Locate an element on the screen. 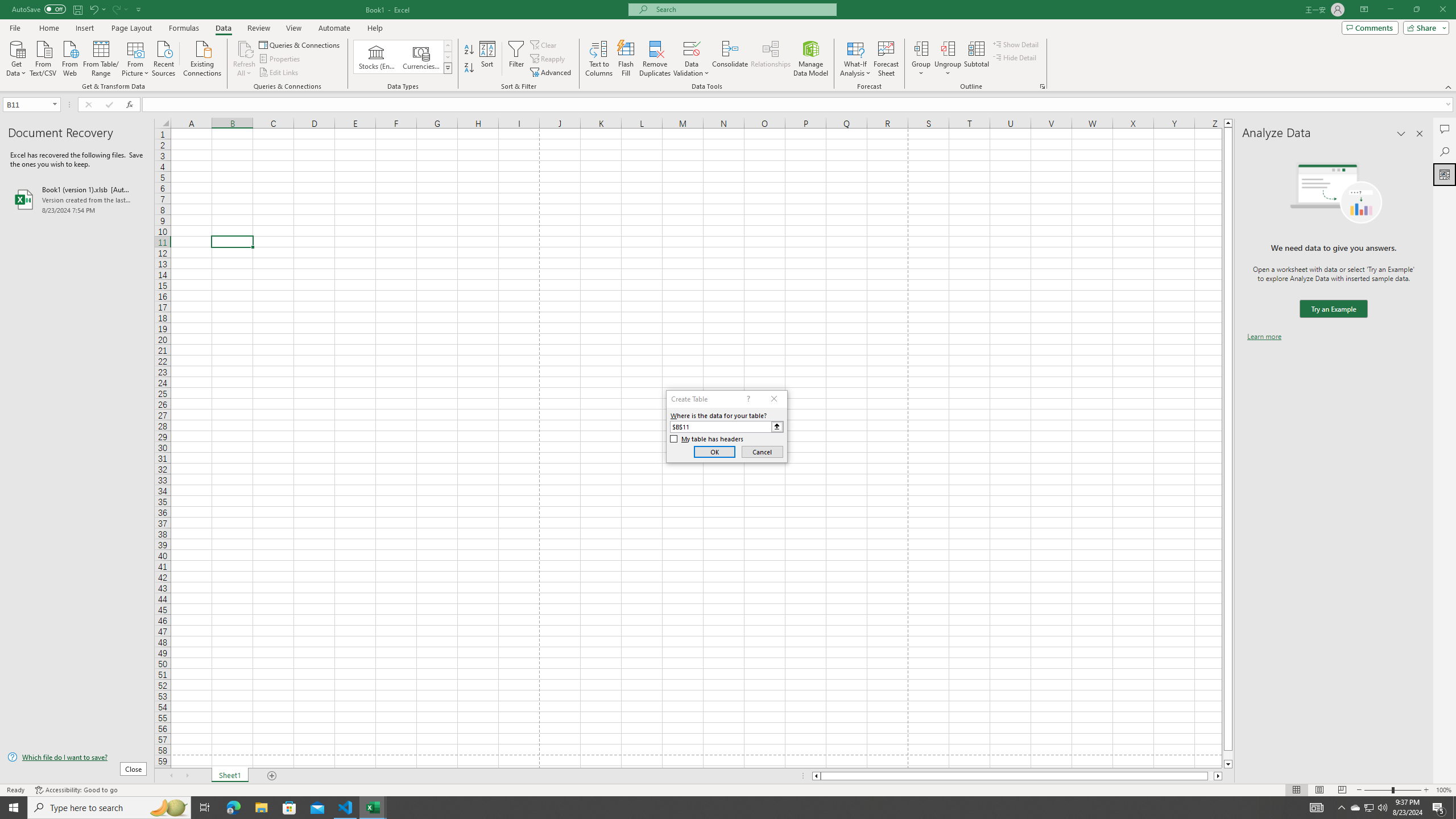 This screenshot has width=1456, height=819. 'Existing Connections' is located at coordinates (201, 57).